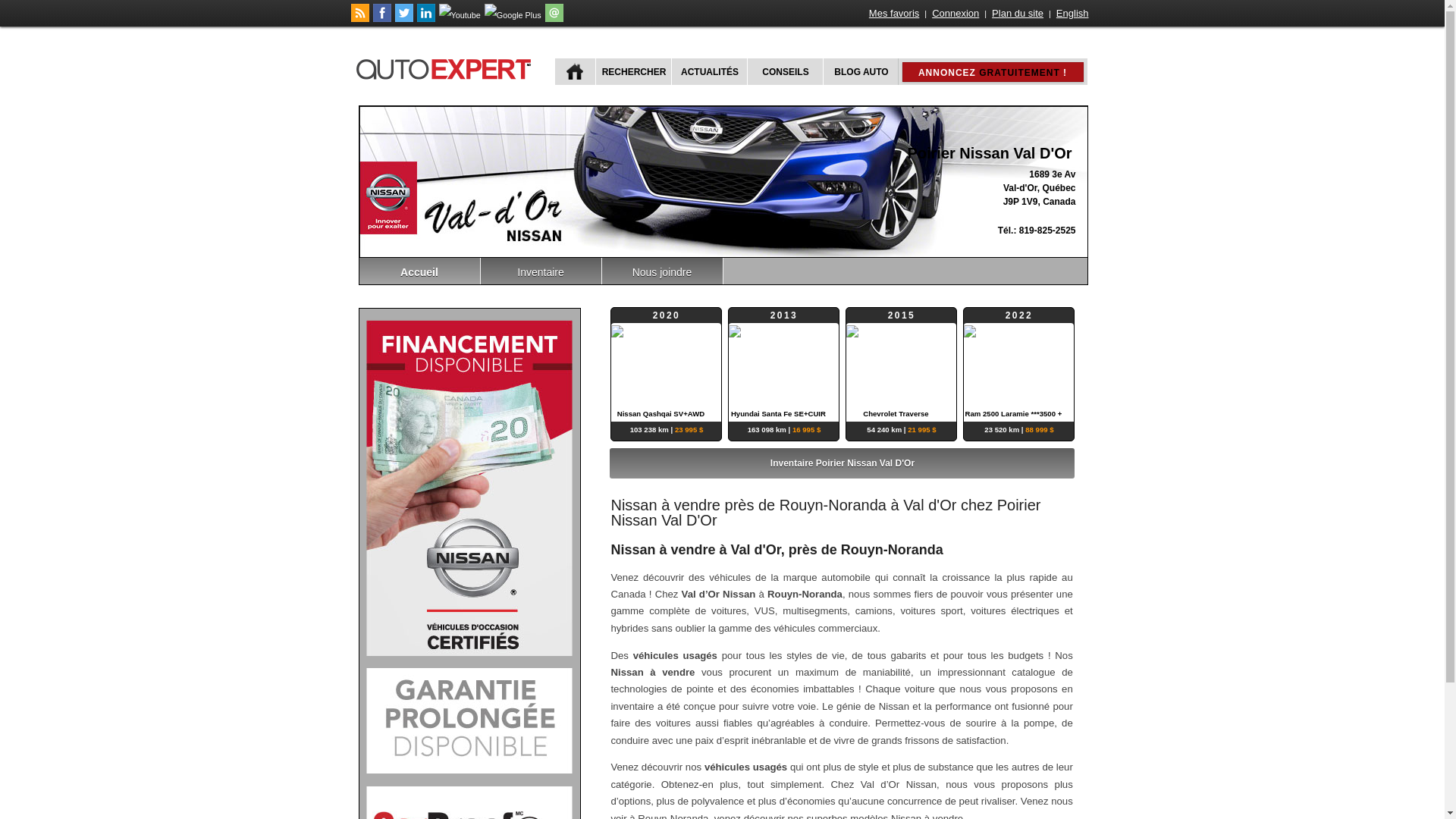 This screenshot has width=1456, height=819. Describe the element at coordinates (1018, 13) in the screenshot. I see `'Plan du site'` at that location.